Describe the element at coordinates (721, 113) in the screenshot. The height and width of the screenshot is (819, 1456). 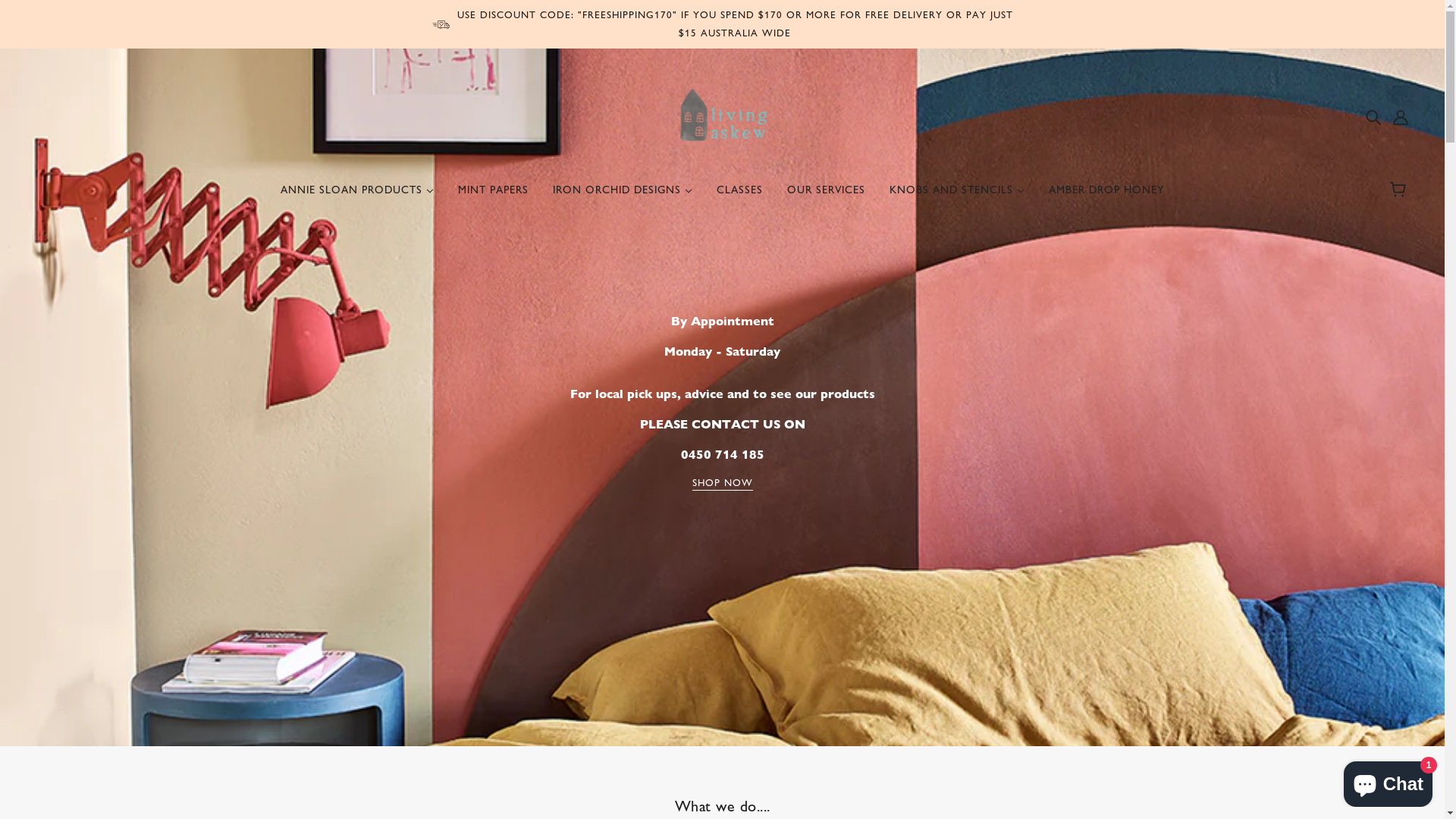
I see `'Living Askew'` at that location.